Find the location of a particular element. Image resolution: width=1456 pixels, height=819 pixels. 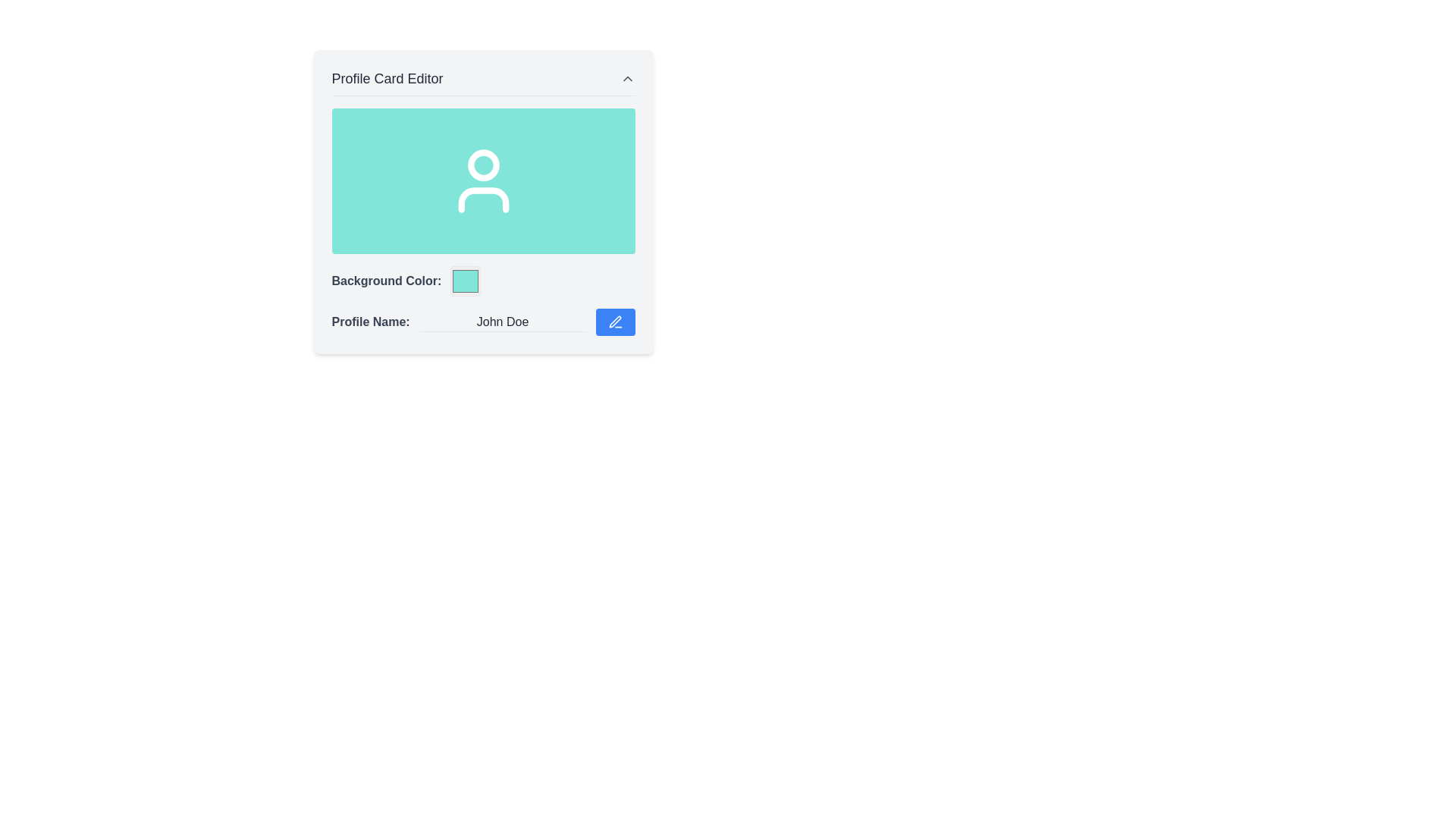

the text in the text field of the profile name editing component located below the 'Background Color' section is located at coordinates (482, 321).